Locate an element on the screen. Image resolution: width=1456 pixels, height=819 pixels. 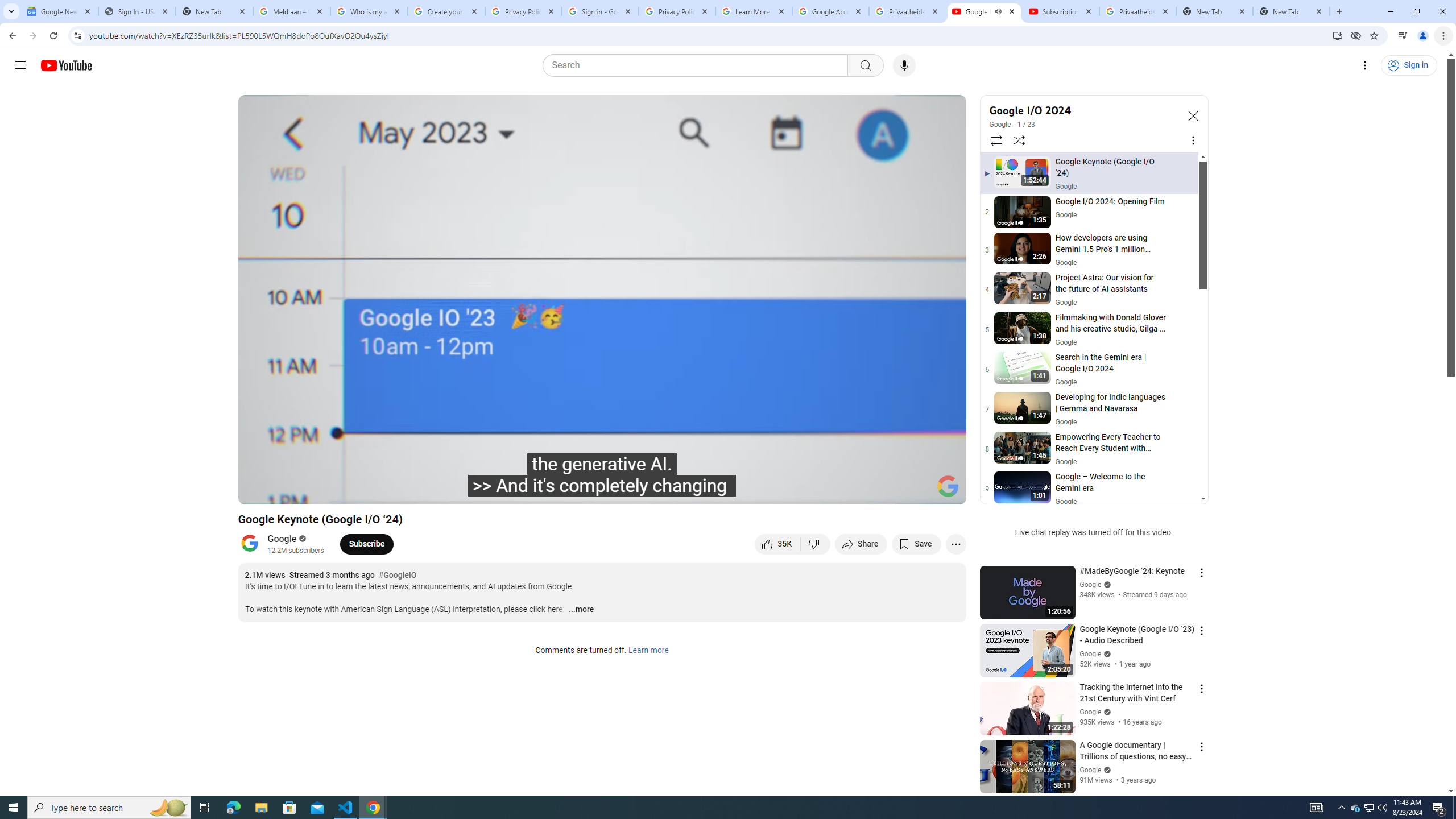
'Save to playlist' is located at coordinates (916, 543).